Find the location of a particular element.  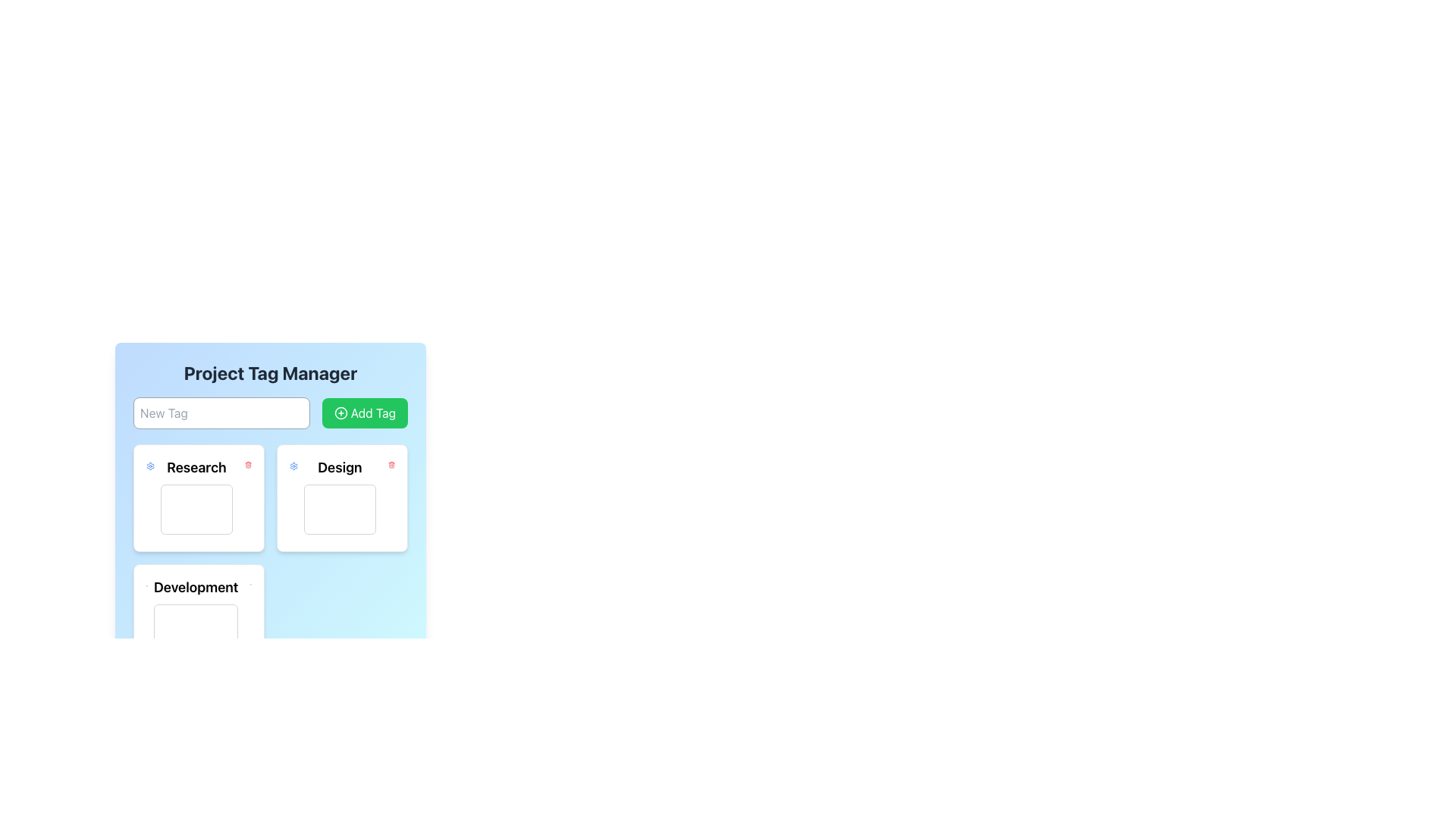

the Text Label that serves as a heading or title for a section, located centrally in the lower section of the interface, below the 'Research' and 'Design' sections is located at coordinates (195, 587).